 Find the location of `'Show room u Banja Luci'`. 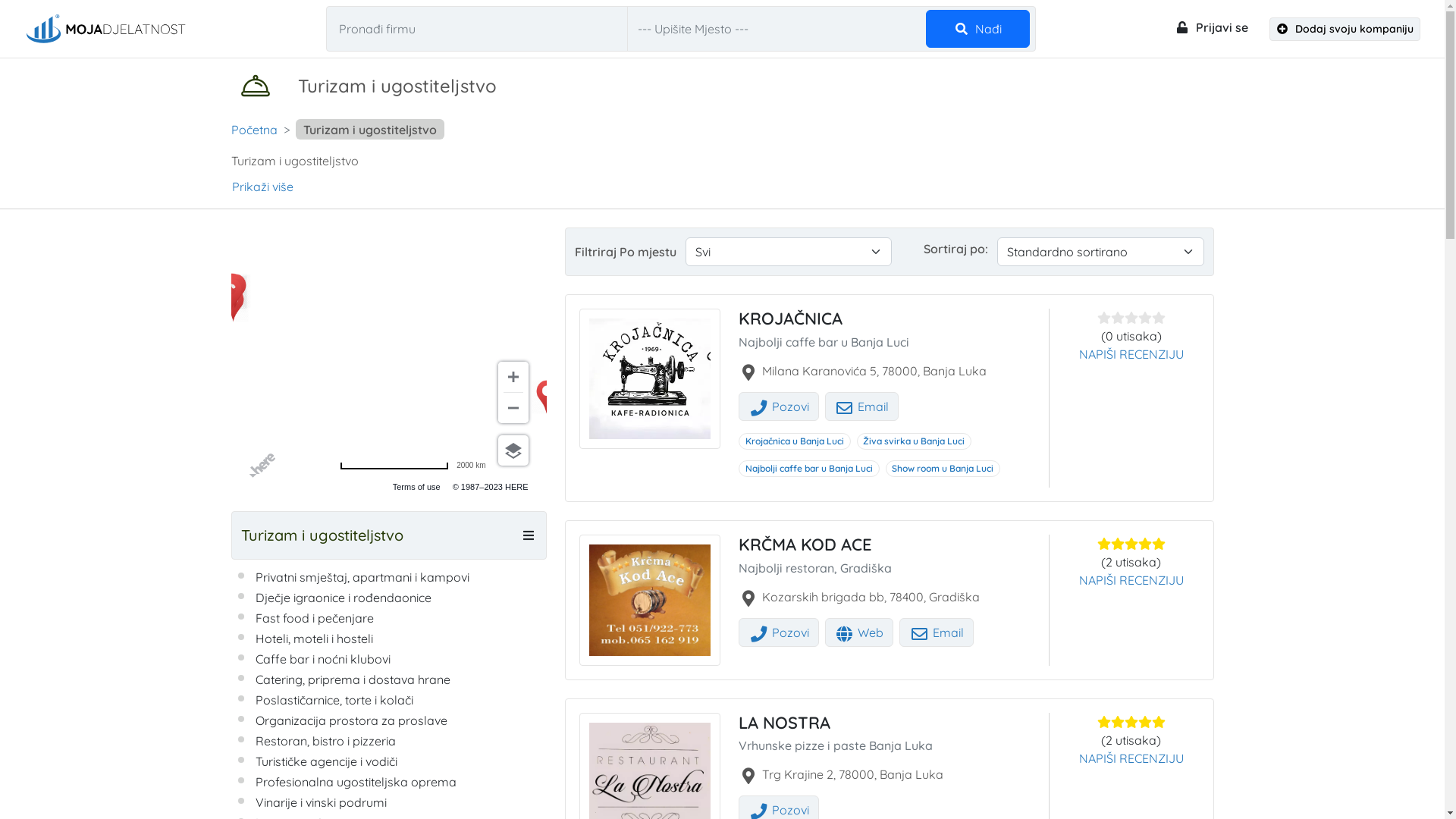

'Show room u Banja Luci' is located at coordinates (885, 467).